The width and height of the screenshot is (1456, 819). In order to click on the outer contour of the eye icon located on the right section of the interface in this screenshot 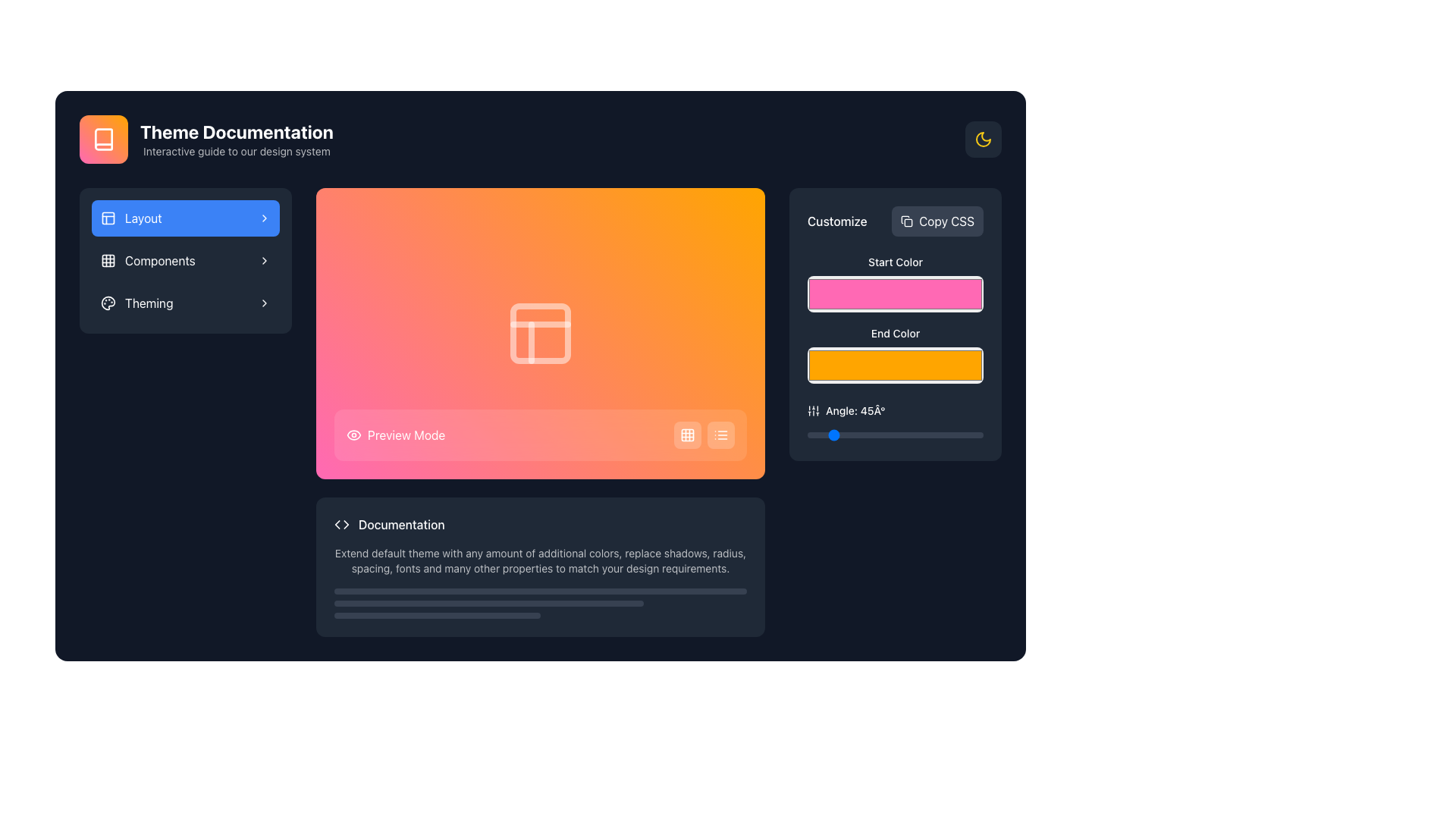, I will do `click(353, 435)`.